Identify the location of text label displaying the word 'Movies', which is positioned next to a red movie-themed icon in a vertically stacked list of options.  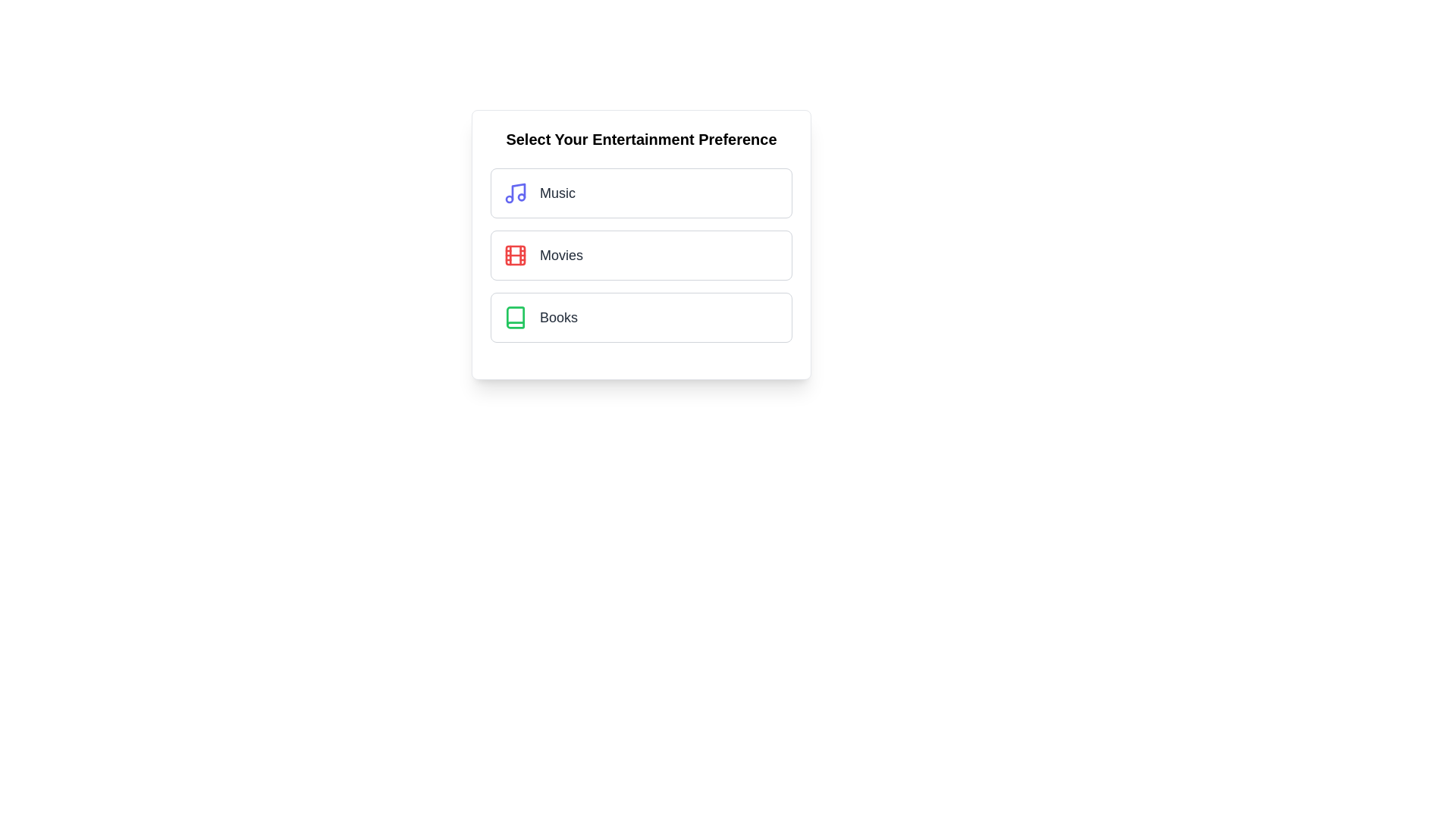
(560, 254).